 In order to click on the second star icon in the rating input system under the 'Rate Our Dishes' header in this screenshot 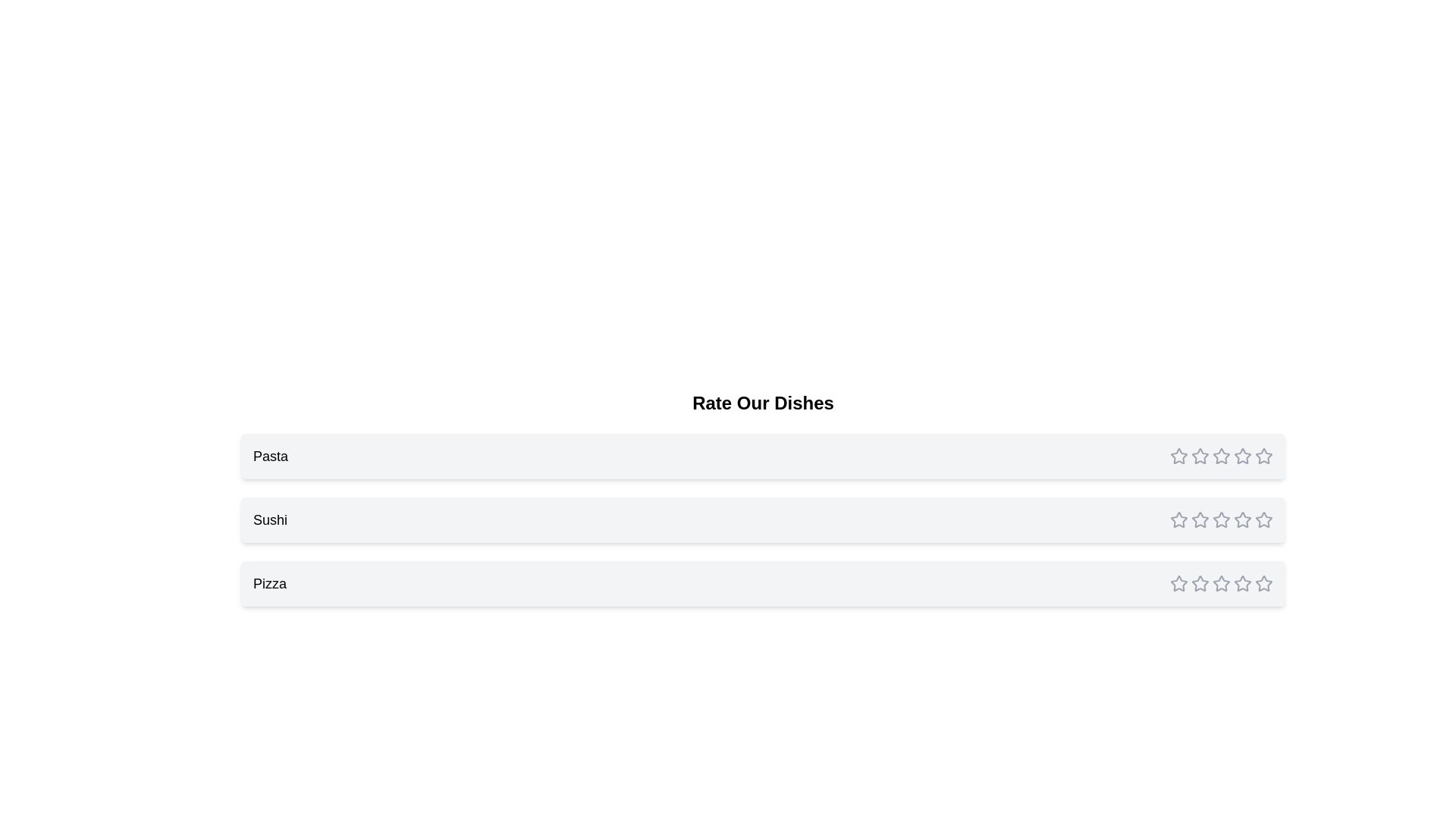, I will do `click(1200, 455)`.